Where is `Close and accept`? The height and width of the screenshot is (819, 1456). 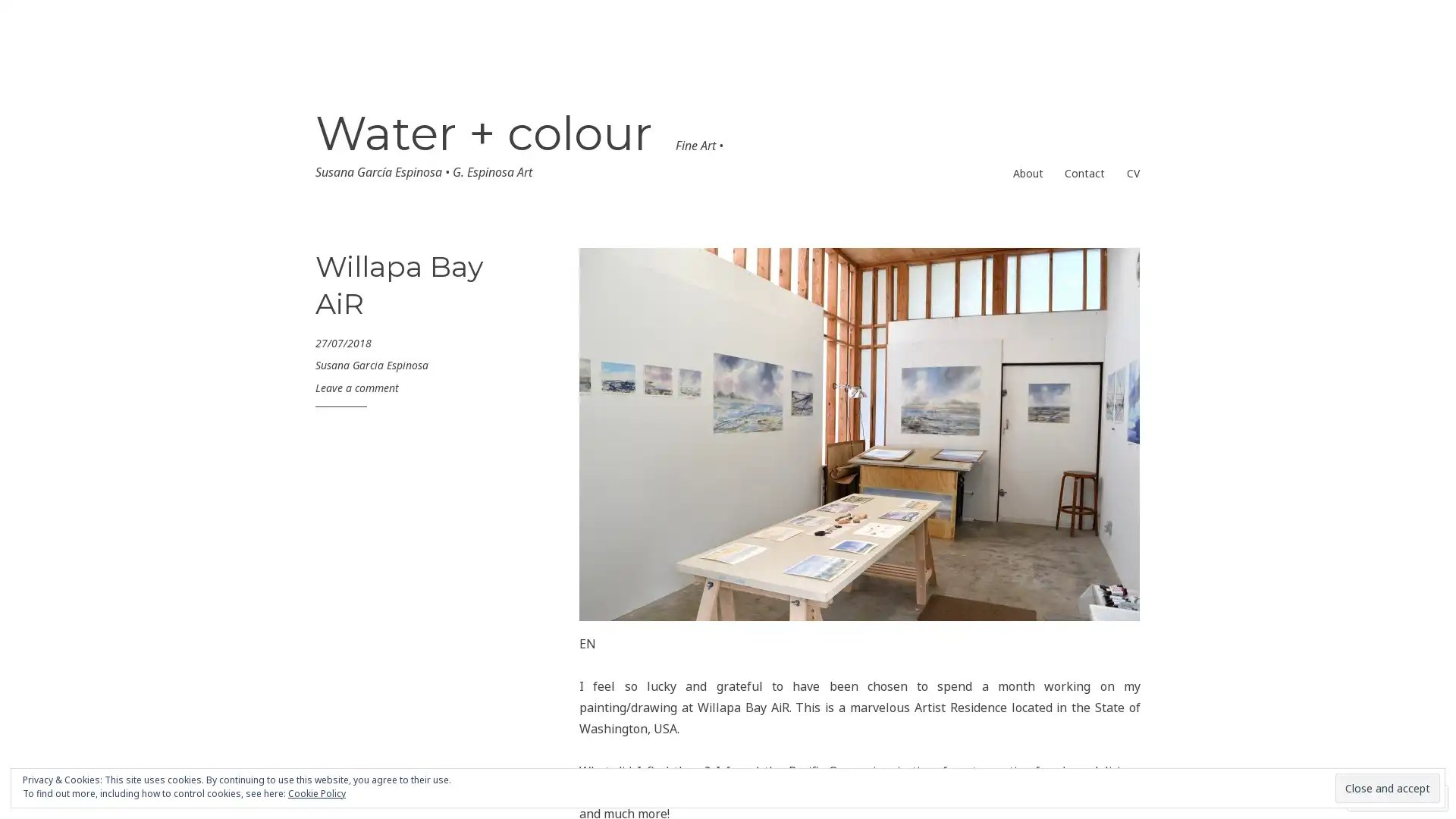 Close and accept is located at coordinates (1387, 787).